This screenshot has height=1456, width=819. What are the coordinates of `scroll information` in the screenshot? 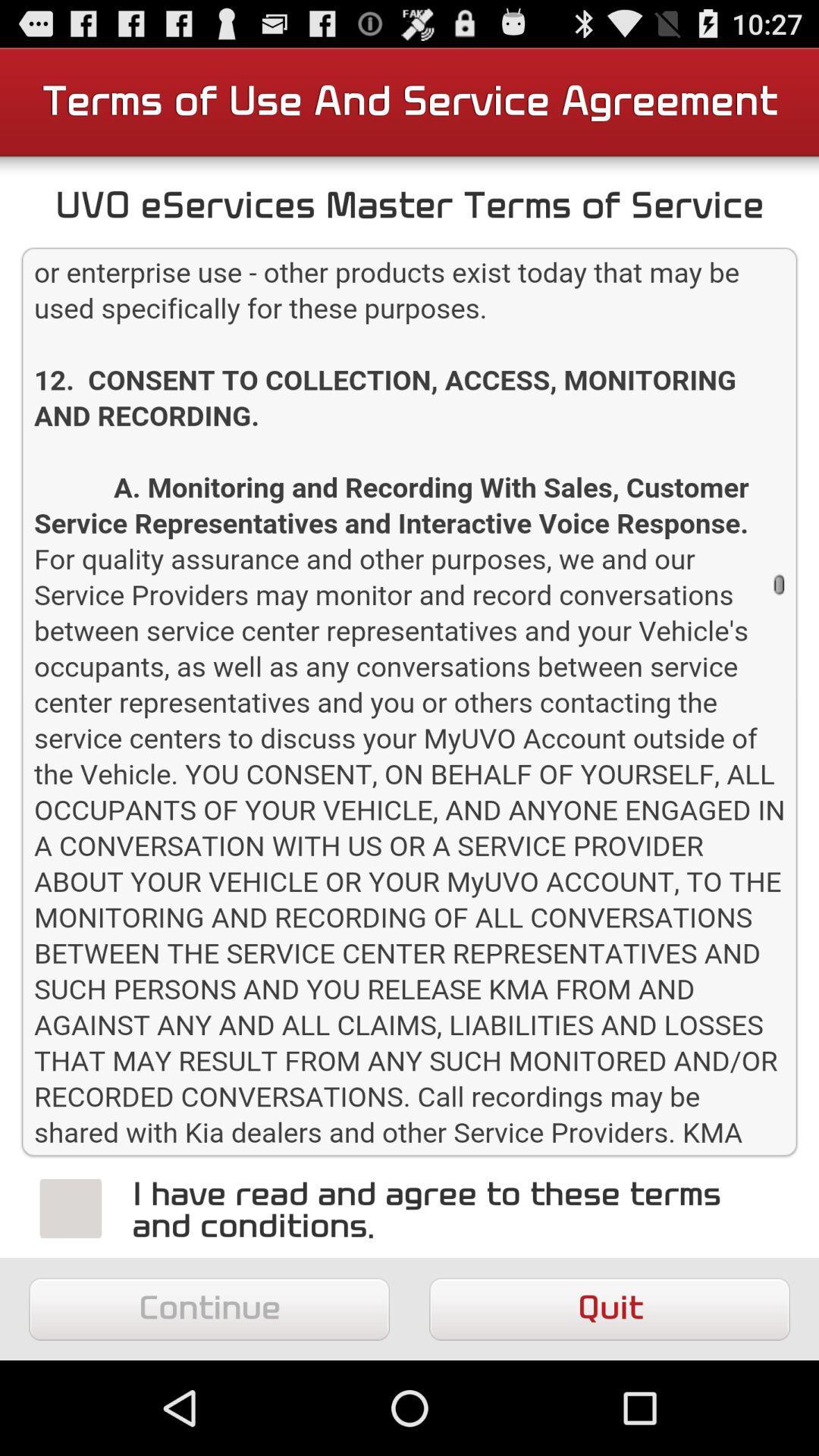 It's located at (409, 701).